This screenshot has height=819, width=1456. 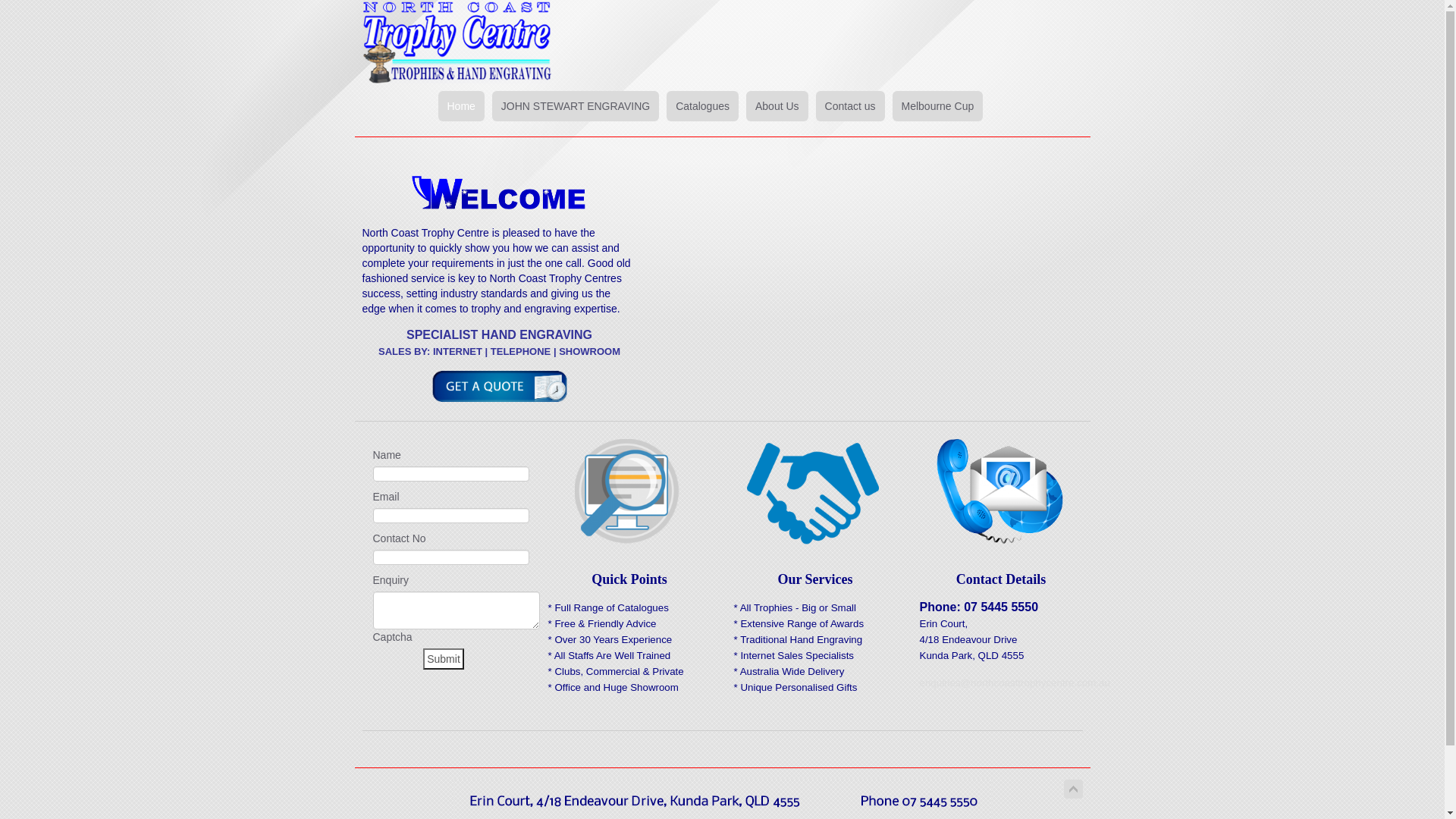 What do you see at coordinates (777, 105) in the screenshot?
I see `'About Us'` at bounding box center [777, 105].